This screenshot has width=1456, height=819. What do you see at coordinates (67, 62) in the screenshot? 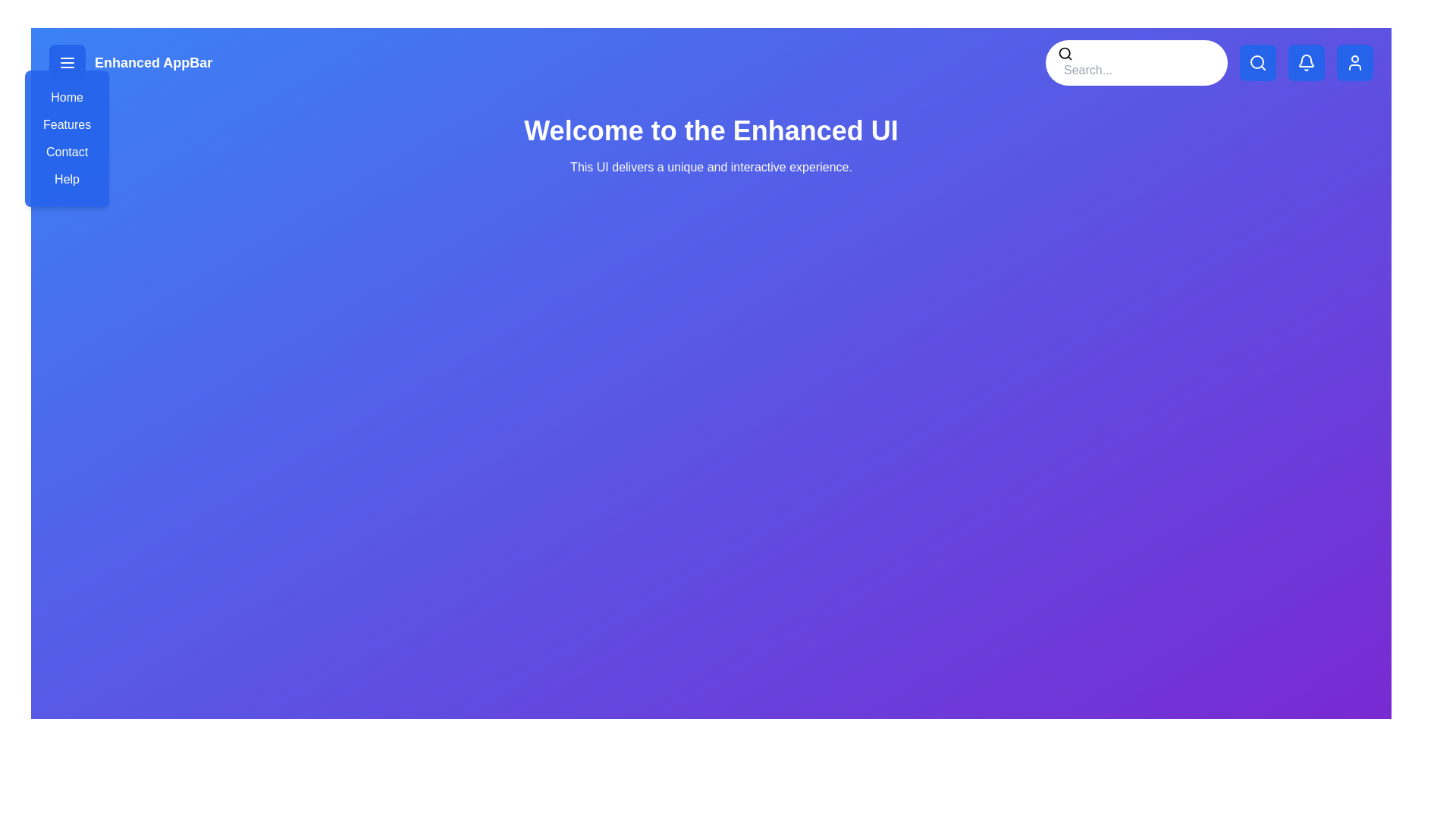
I see `the menu button to toggle the menu visibility` at bounding box center [67, 62].